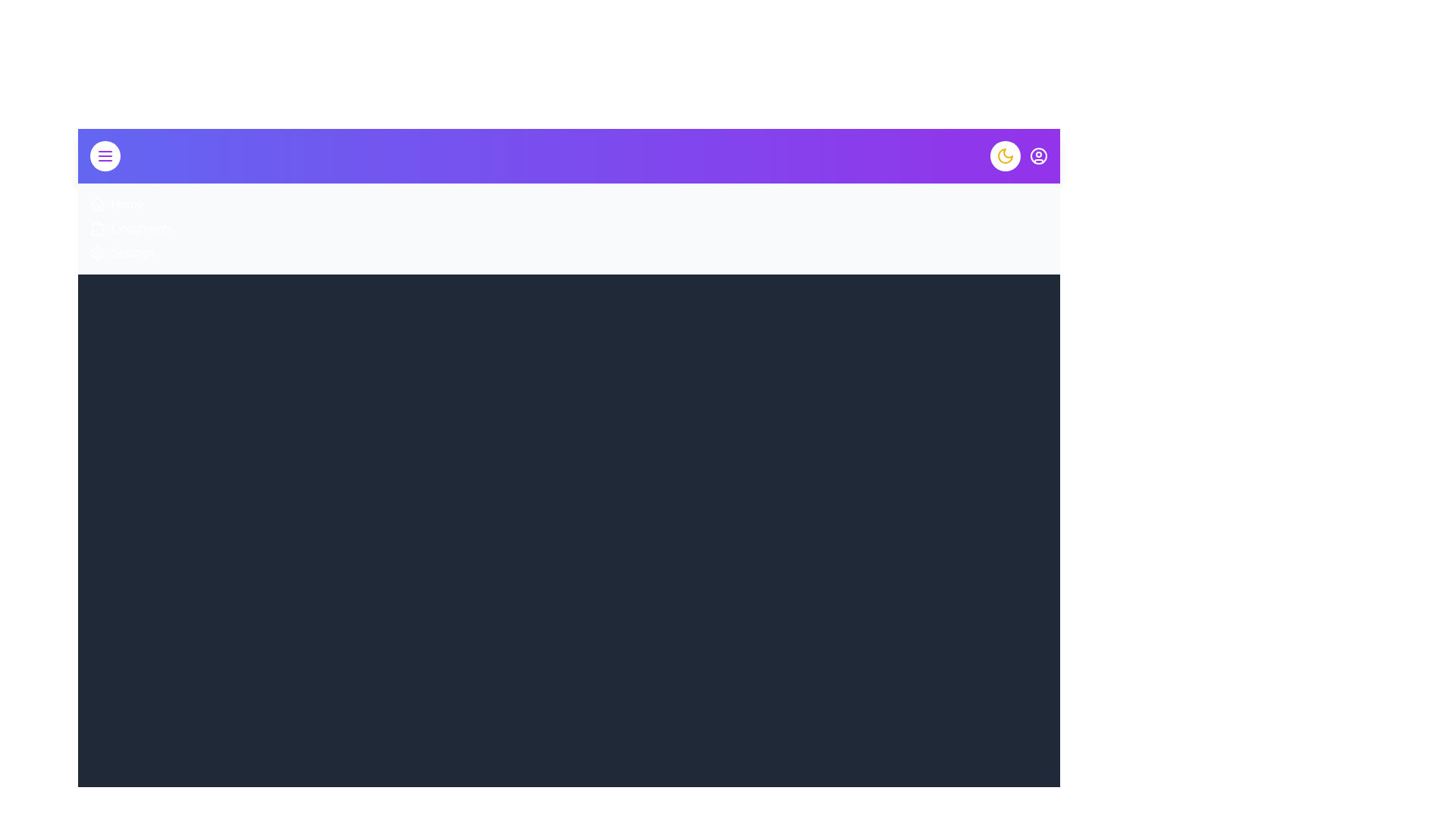 The image size is (1456, 819). I want to click on the user profile icon, so click(1037, 155).